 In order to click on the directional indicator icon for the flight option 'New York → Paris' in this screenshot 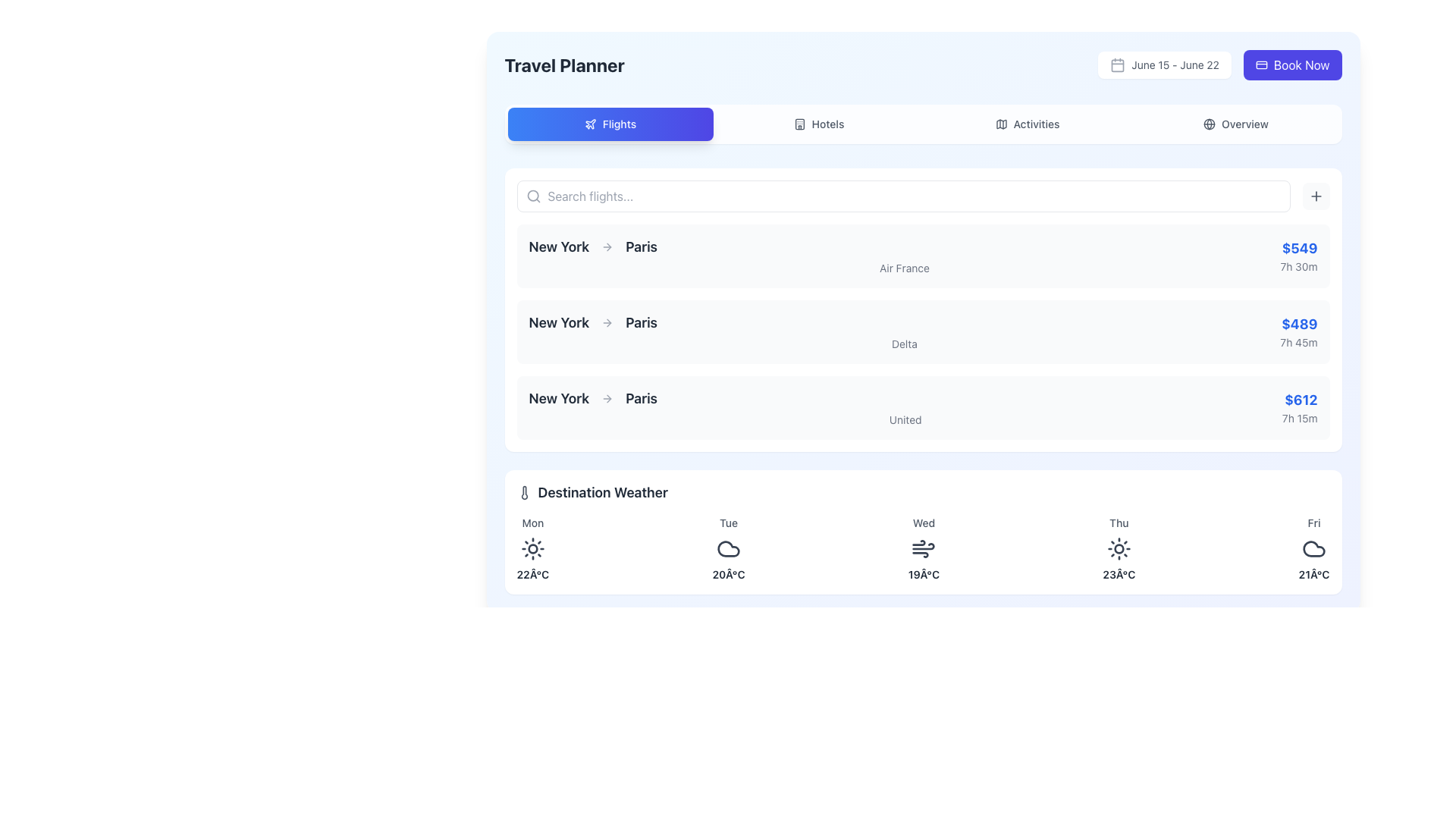, I will do `click(609, 397)`.